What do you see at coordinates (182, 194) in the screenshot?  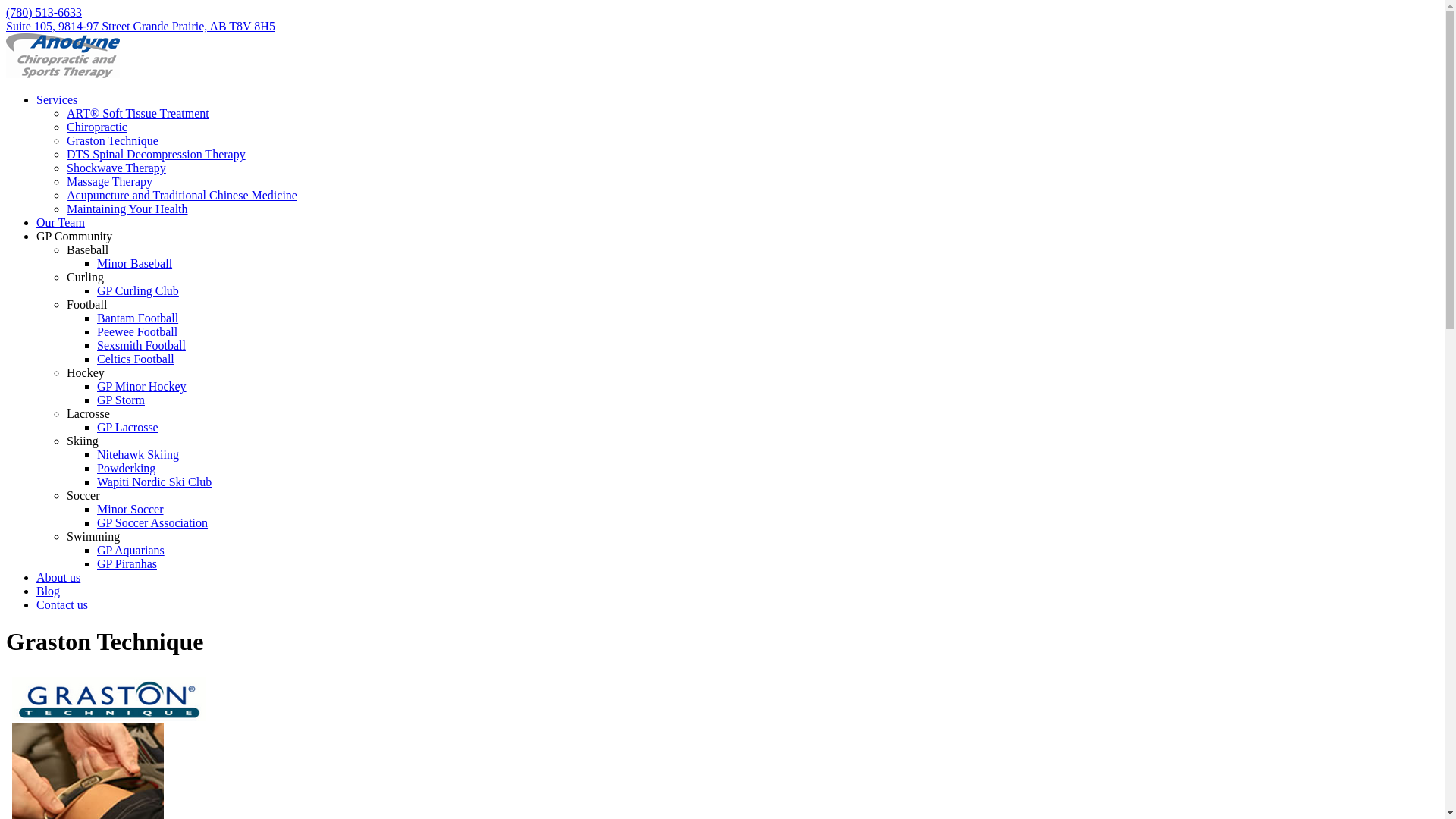 I see `'Acupuncture and Traditional Chinese Medicine'` at bounding box center [182, 194].